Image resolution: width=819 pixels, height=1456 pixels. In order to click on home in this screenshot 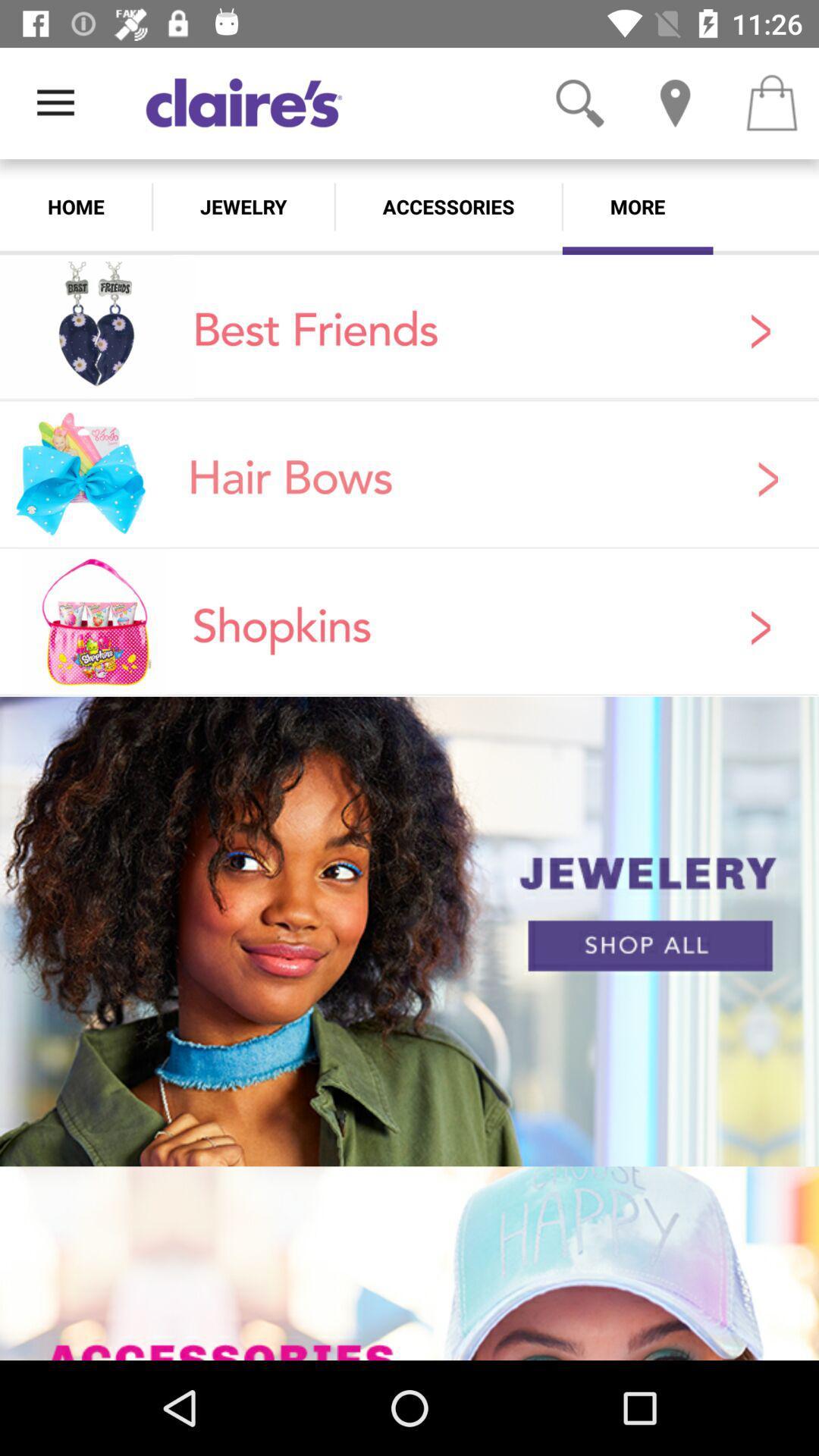, I will do `click(76, 206)`.